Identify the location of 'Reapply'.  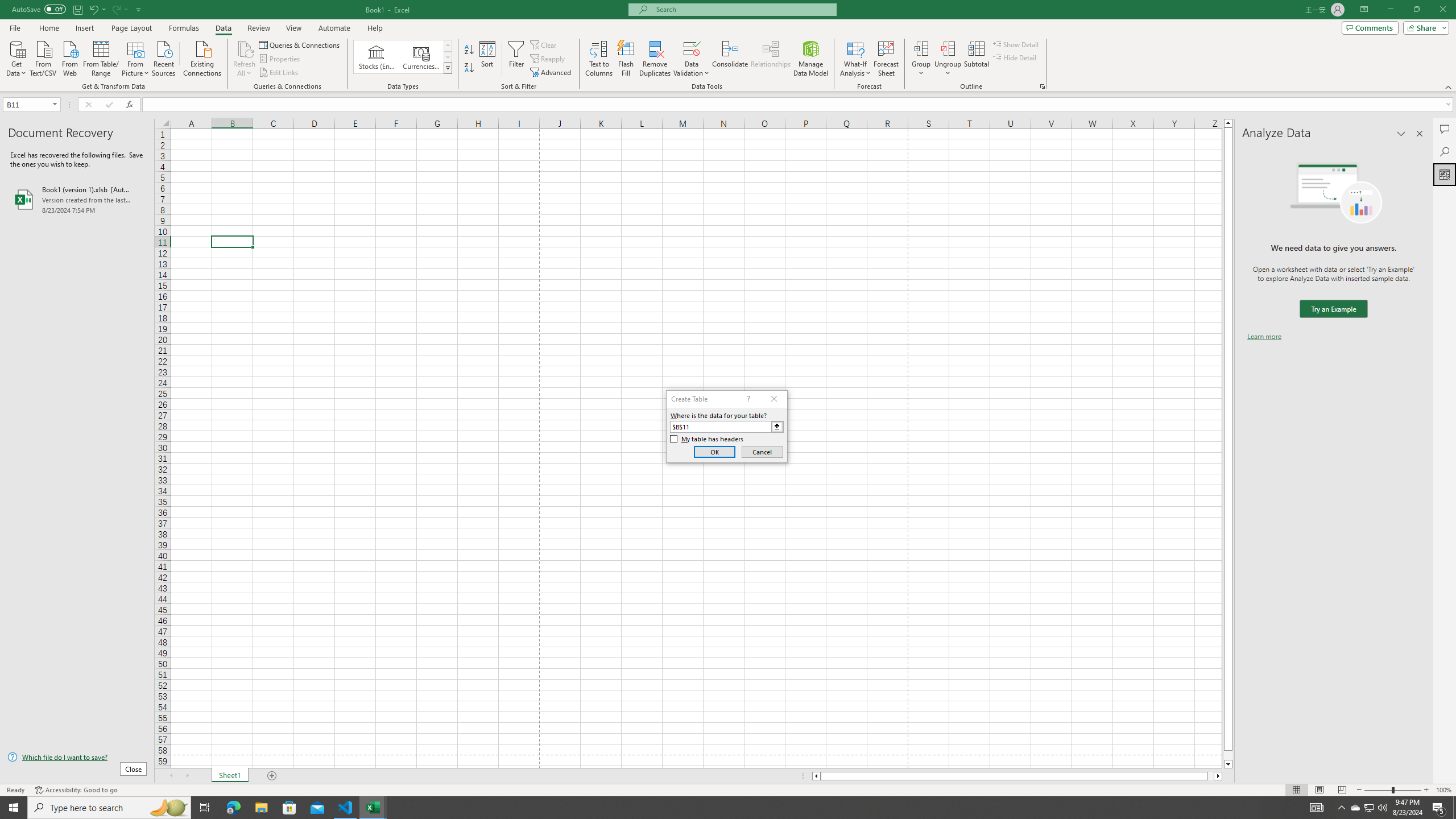
(549, 59).